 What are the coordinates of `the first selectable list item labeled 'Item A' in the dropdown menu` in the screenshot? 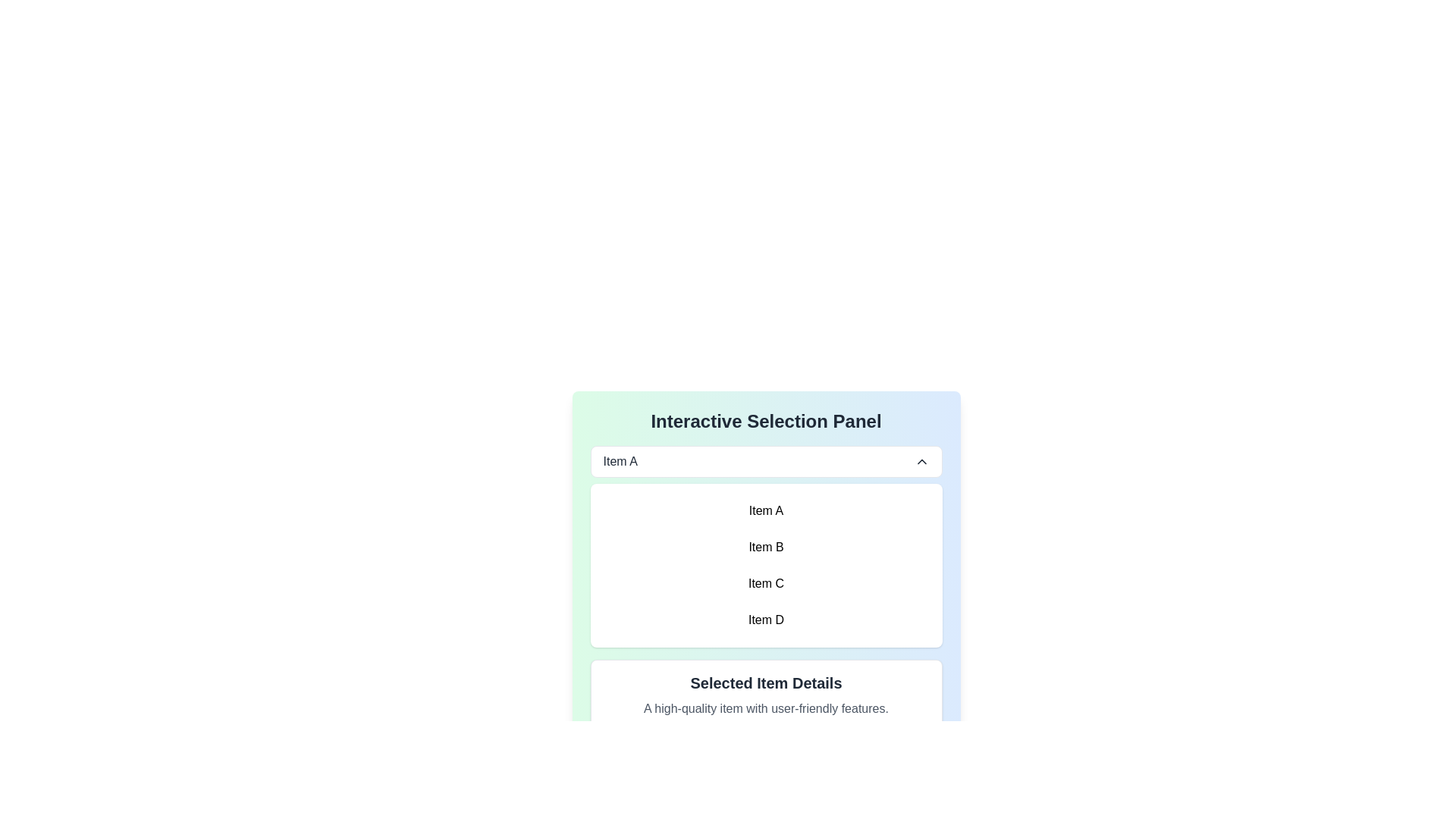 It's located at (766, 511).